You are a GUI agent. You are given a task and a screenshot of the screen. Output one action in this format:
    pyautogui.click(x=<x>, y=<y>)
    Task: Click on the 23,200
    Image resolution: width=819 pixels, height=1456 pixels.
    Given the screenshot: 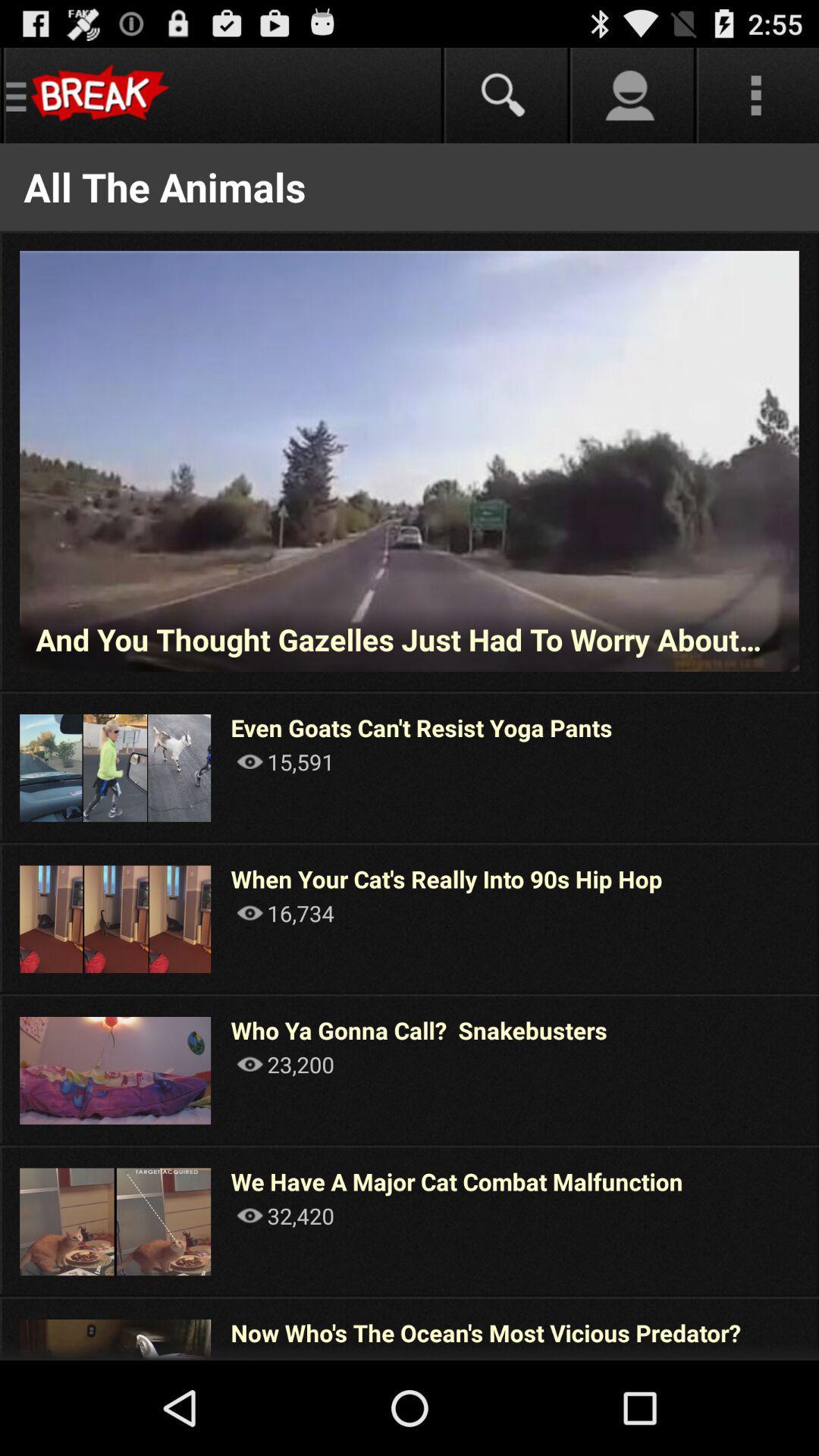 What is the action you would take?
    pyautogui.click(x=285, y=1063)
    